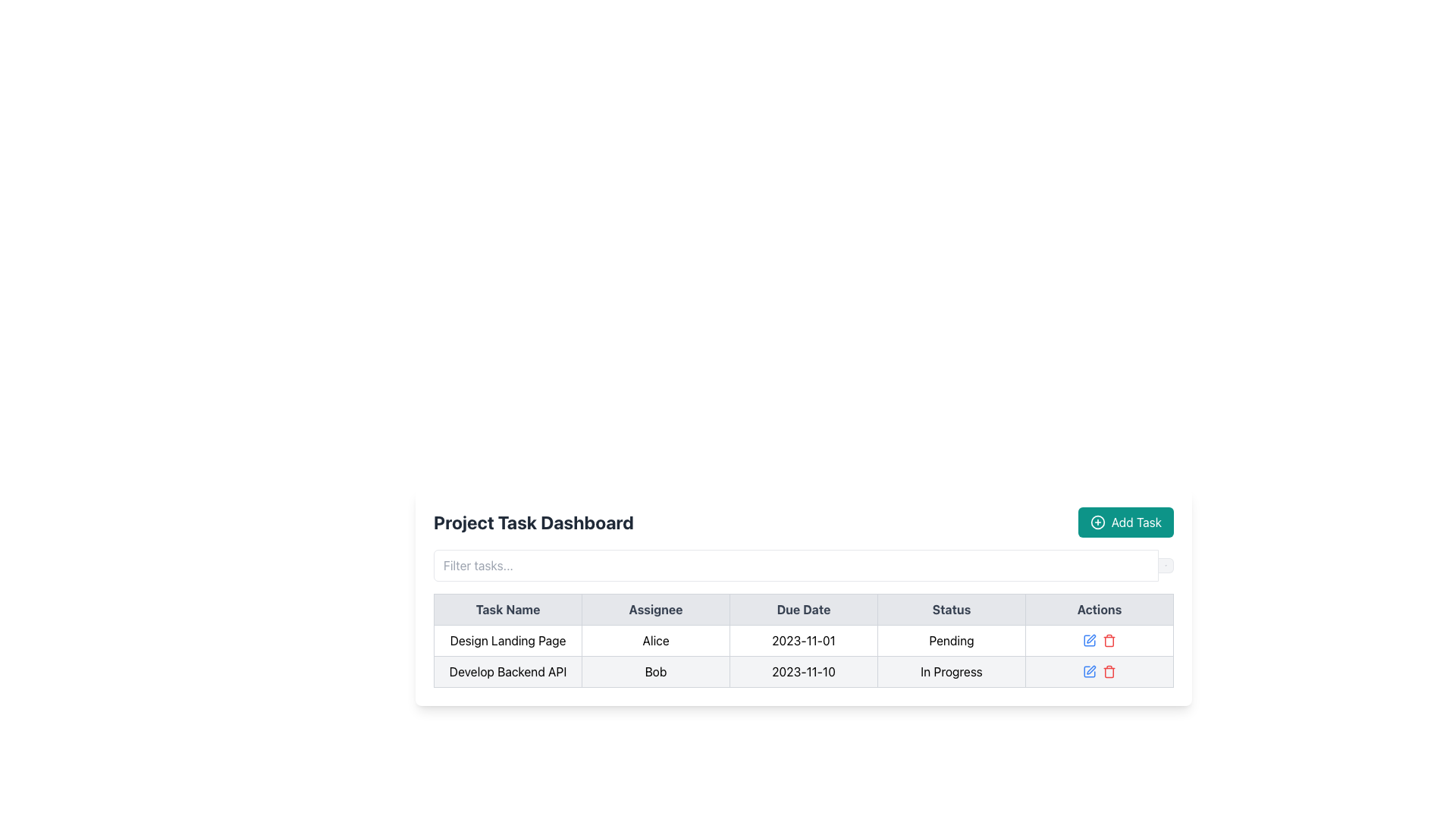 The image size is (1456, 819). What do you see at coordinates (655, 671) in the screenshot?
I see `text content from the table cell containing 'Bob' in the second cell of the second row under the 'Assignee' column` at bounding box center [655, 671].